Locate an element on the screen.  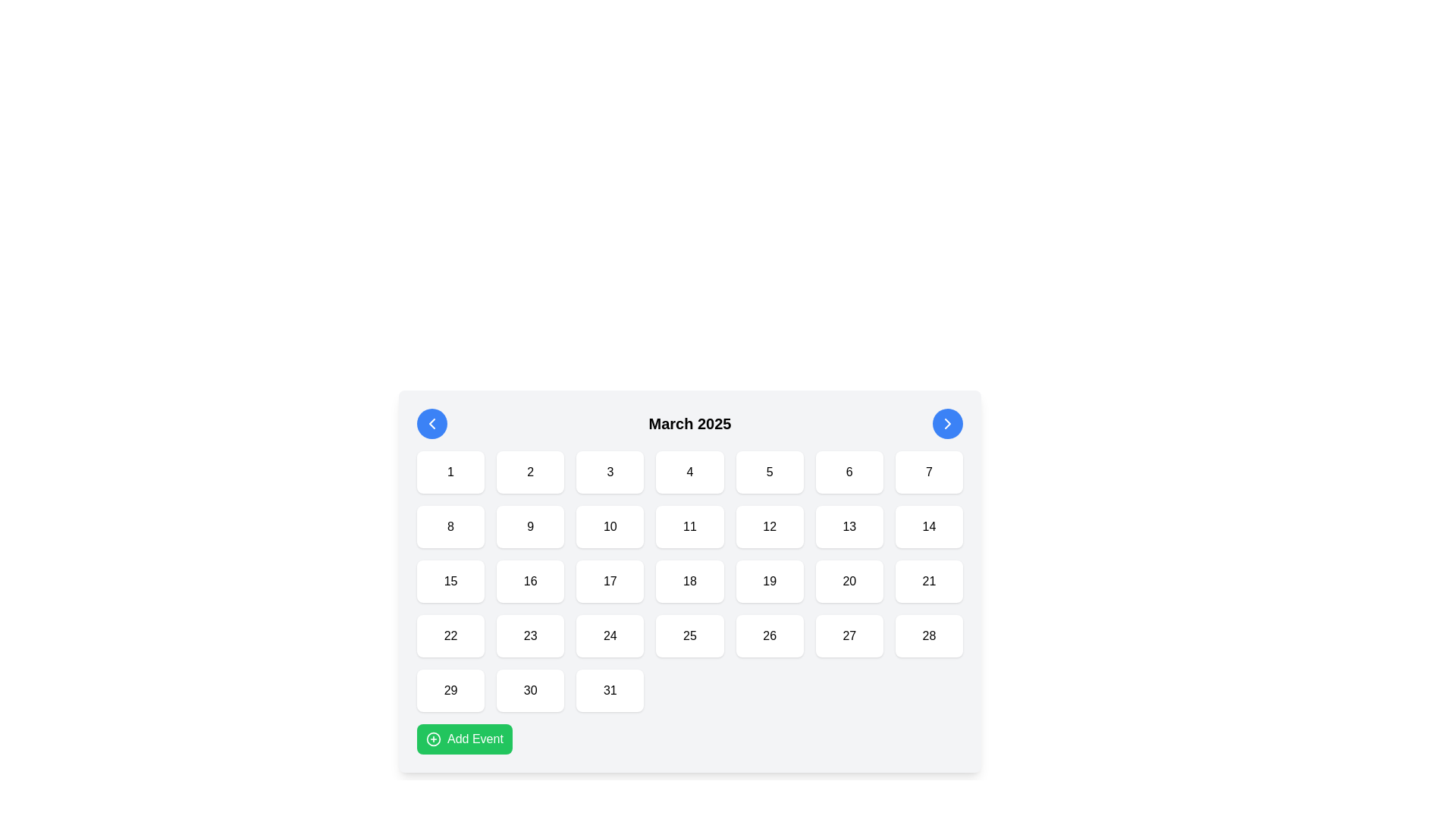
the square button labeled '9' with a white background and black text is located at coordinates (530, 526).